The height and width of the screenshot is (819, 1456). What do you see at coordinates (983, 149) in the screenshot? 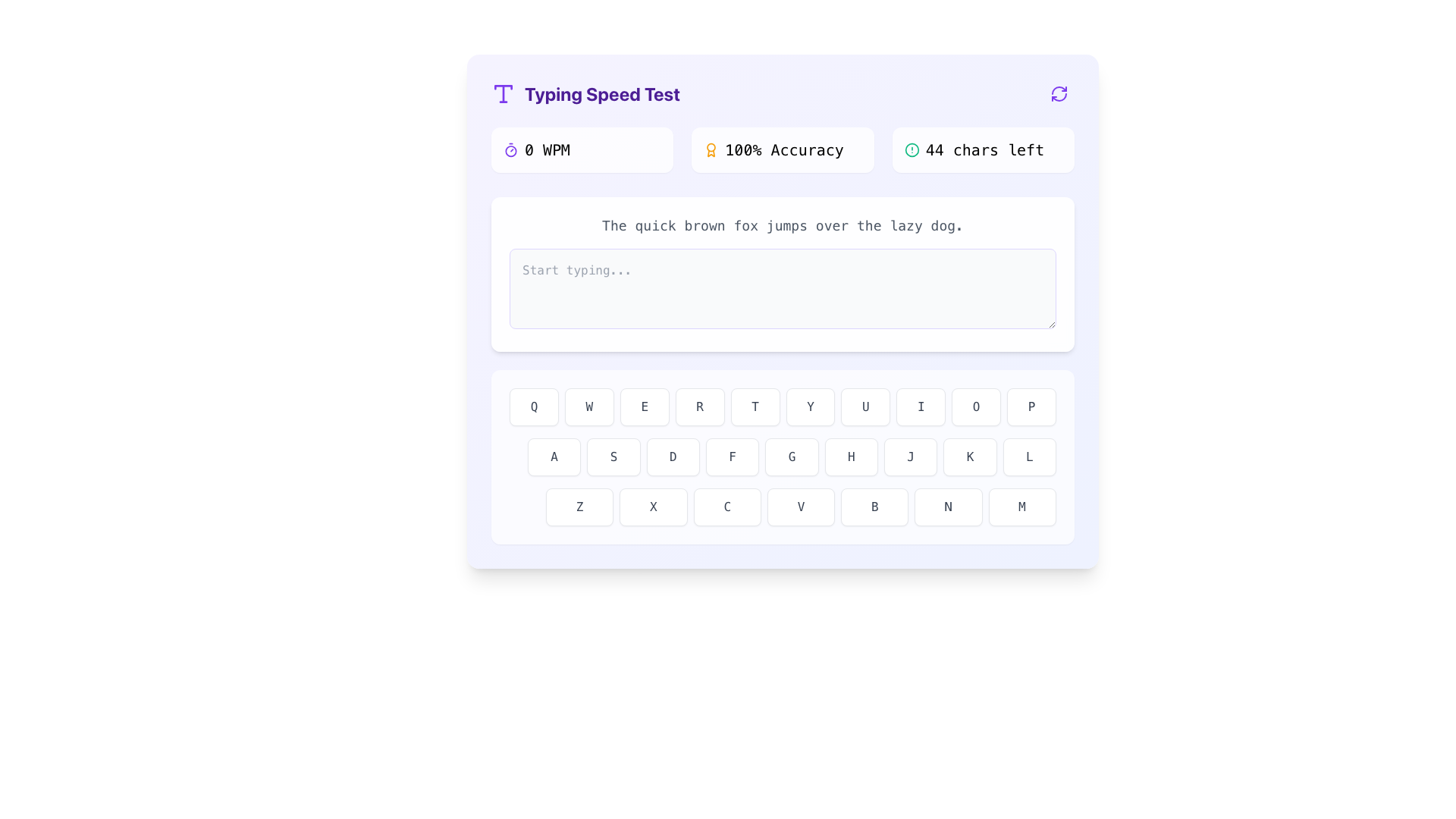
I see `the text-based informational display with the text '44 chars left' and a green circular alert icon, located in the third column of the grid layout above the typing box` at bounding box center [983, 149].